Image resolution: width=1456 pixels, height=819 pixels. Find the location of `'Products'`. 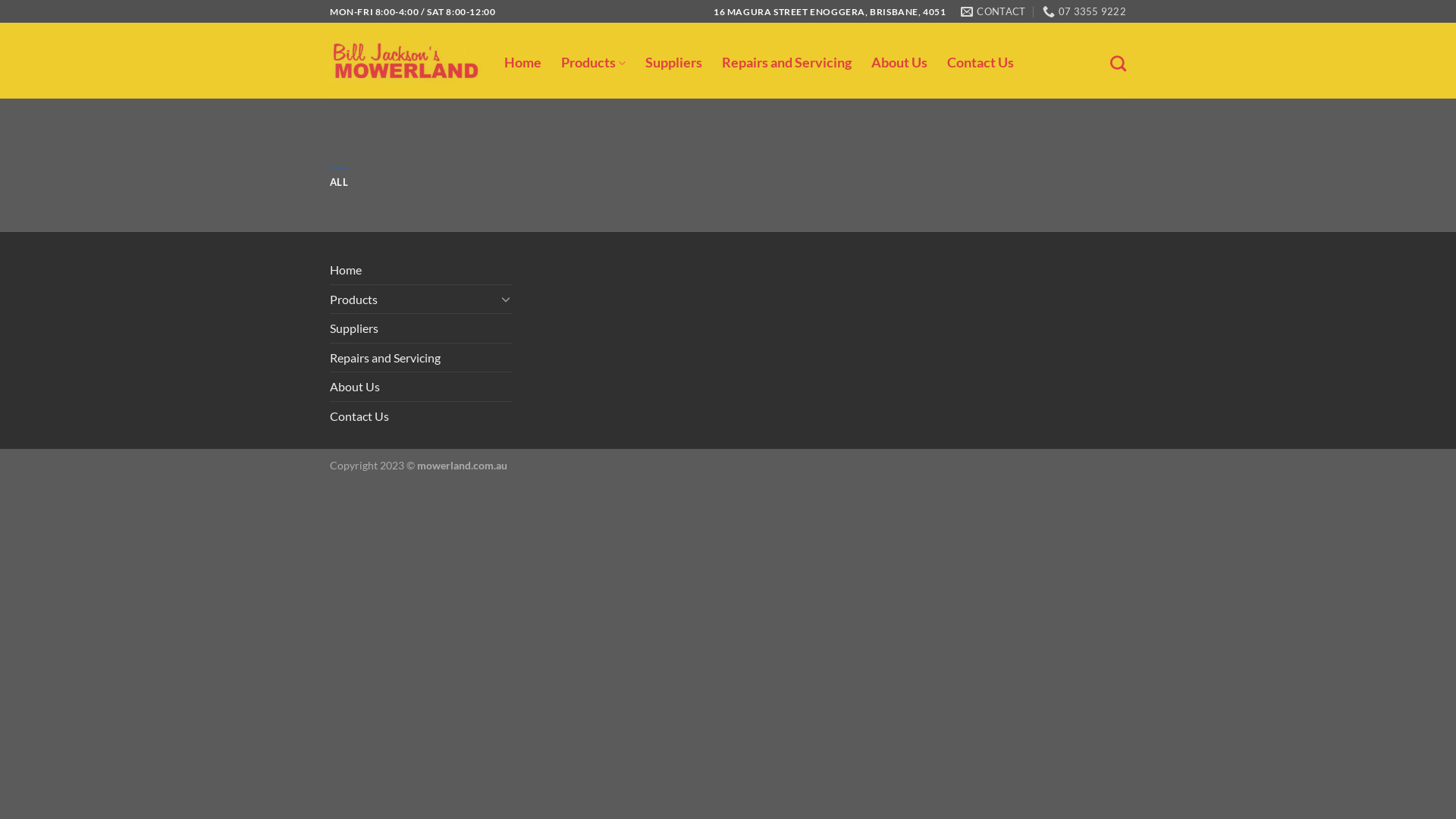

'Products' is located at coordinates (329, 299).